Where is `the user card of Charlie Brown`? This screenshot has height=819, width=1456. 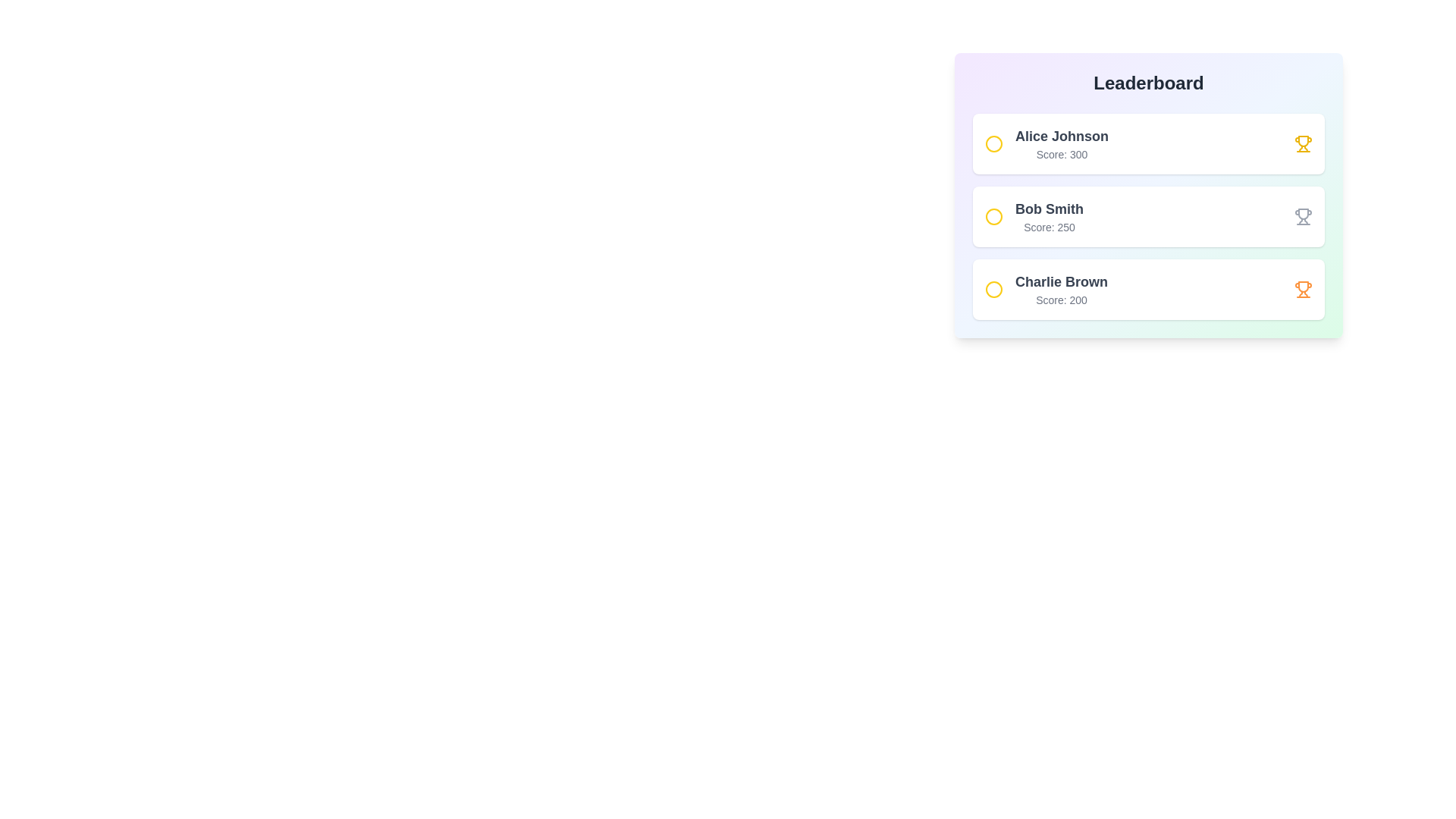
the user card of Charlie Brown is located at coordinates (1149, 289).